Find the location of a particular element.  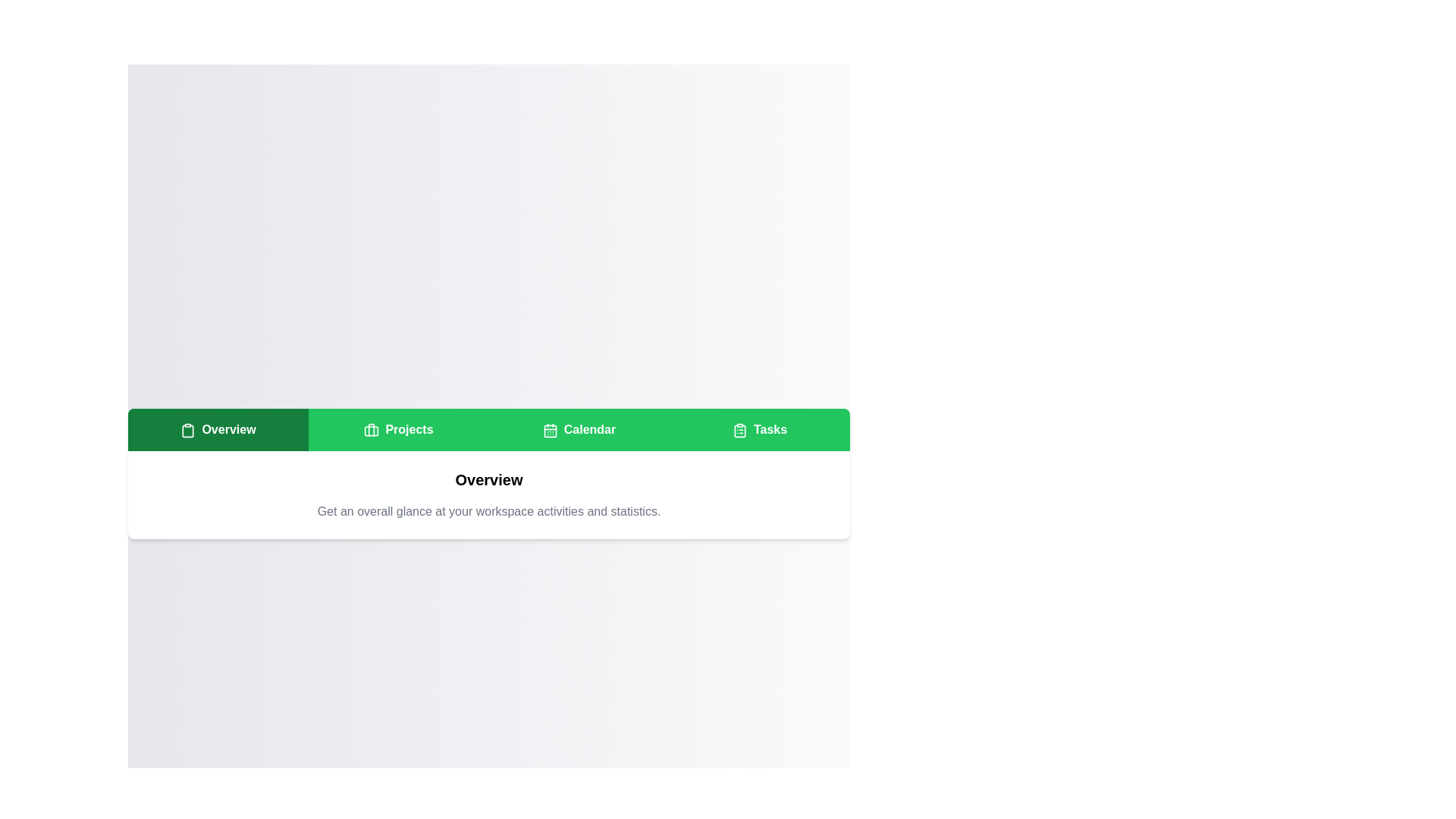

the Overview tab is located at coordinates (218, 430).